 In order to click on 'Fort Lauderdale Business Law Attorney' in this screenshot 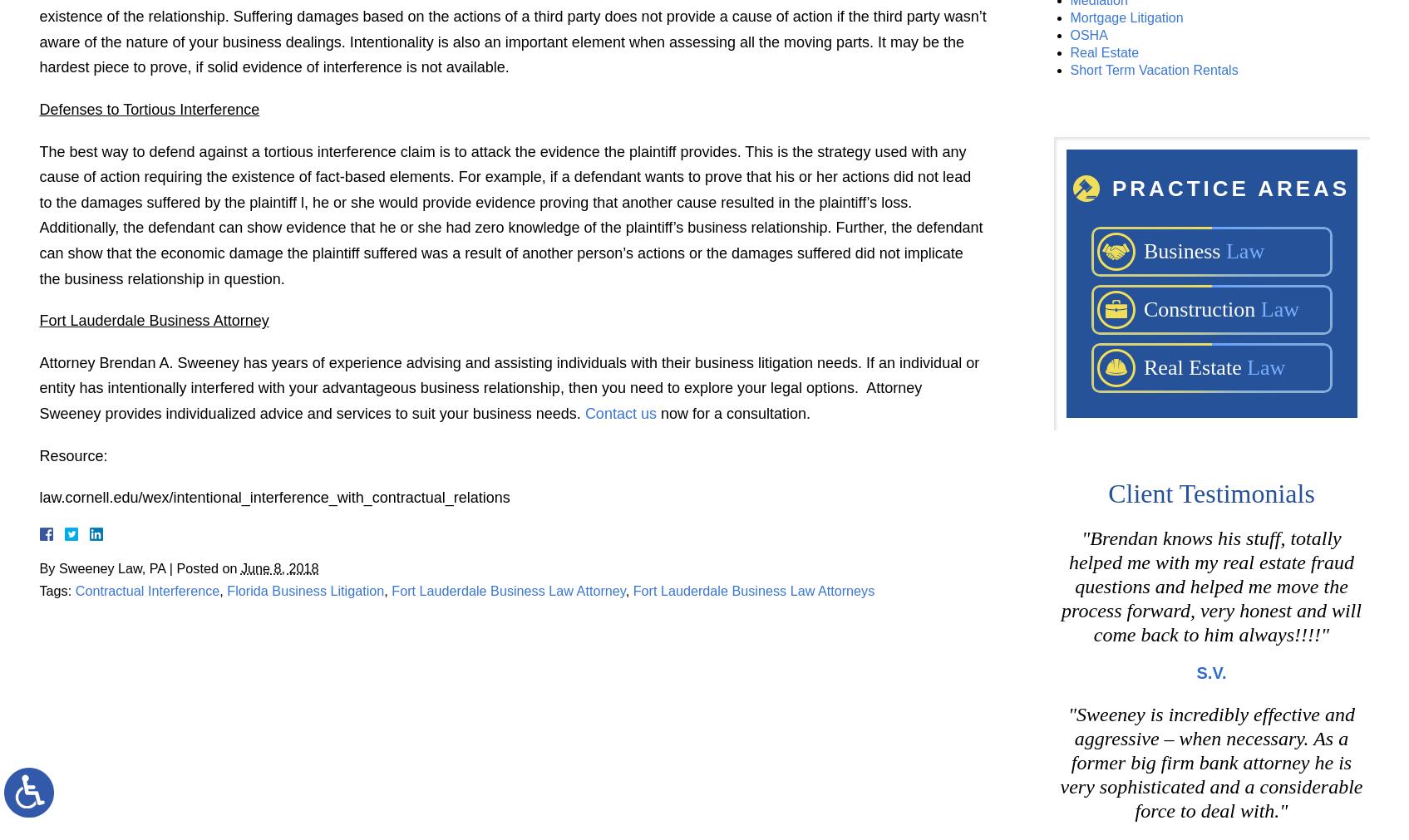, I will do `click(391, 590)`.